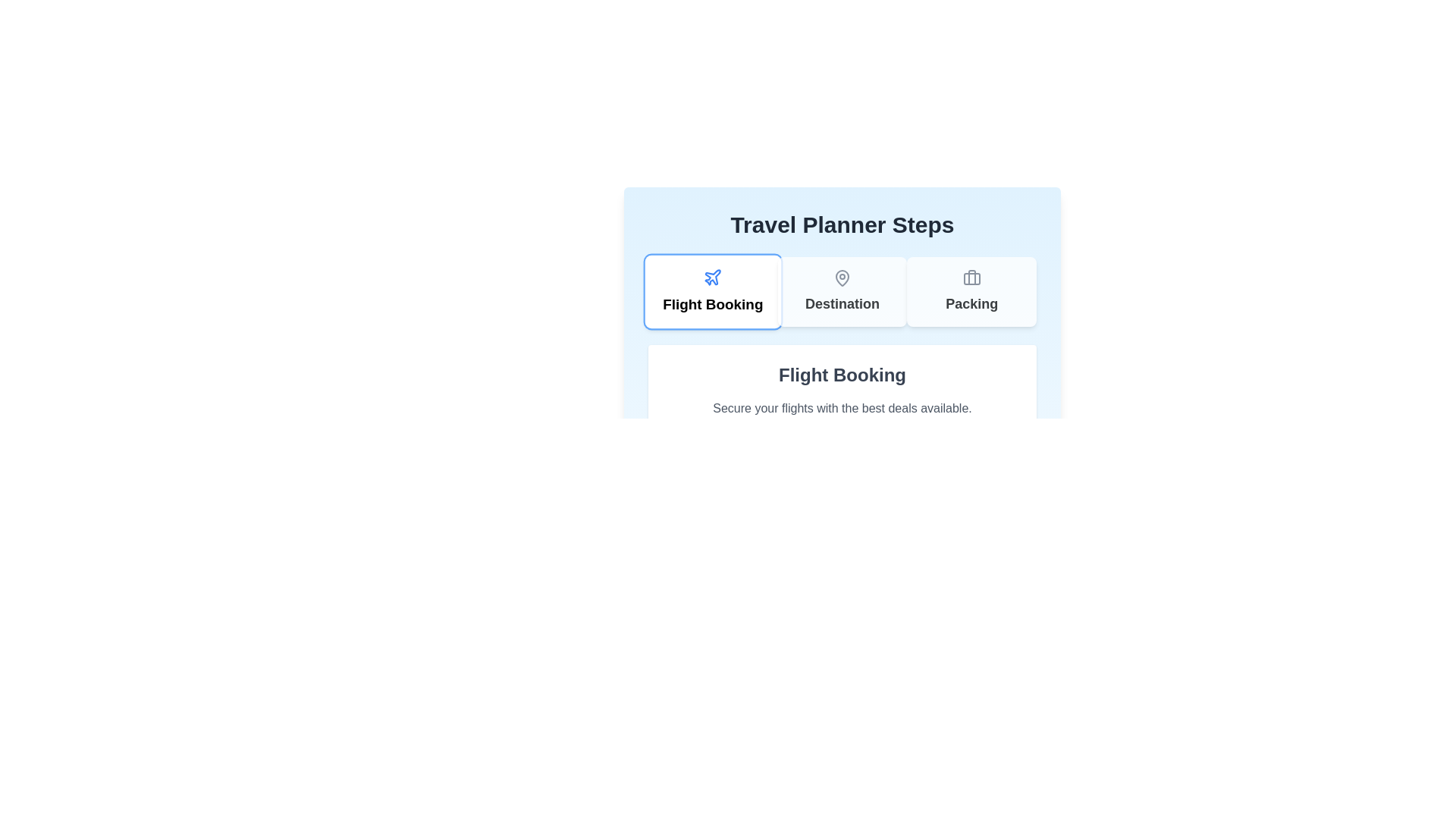 The image size is (1456, 819). What do you see at coordinates (712, 304) in the screenshot?
I see `text label displaying 'Flight Booking', which is a bold, large font label located below an airplane icon within a blue outlined card` at bounding box center [712, 304].